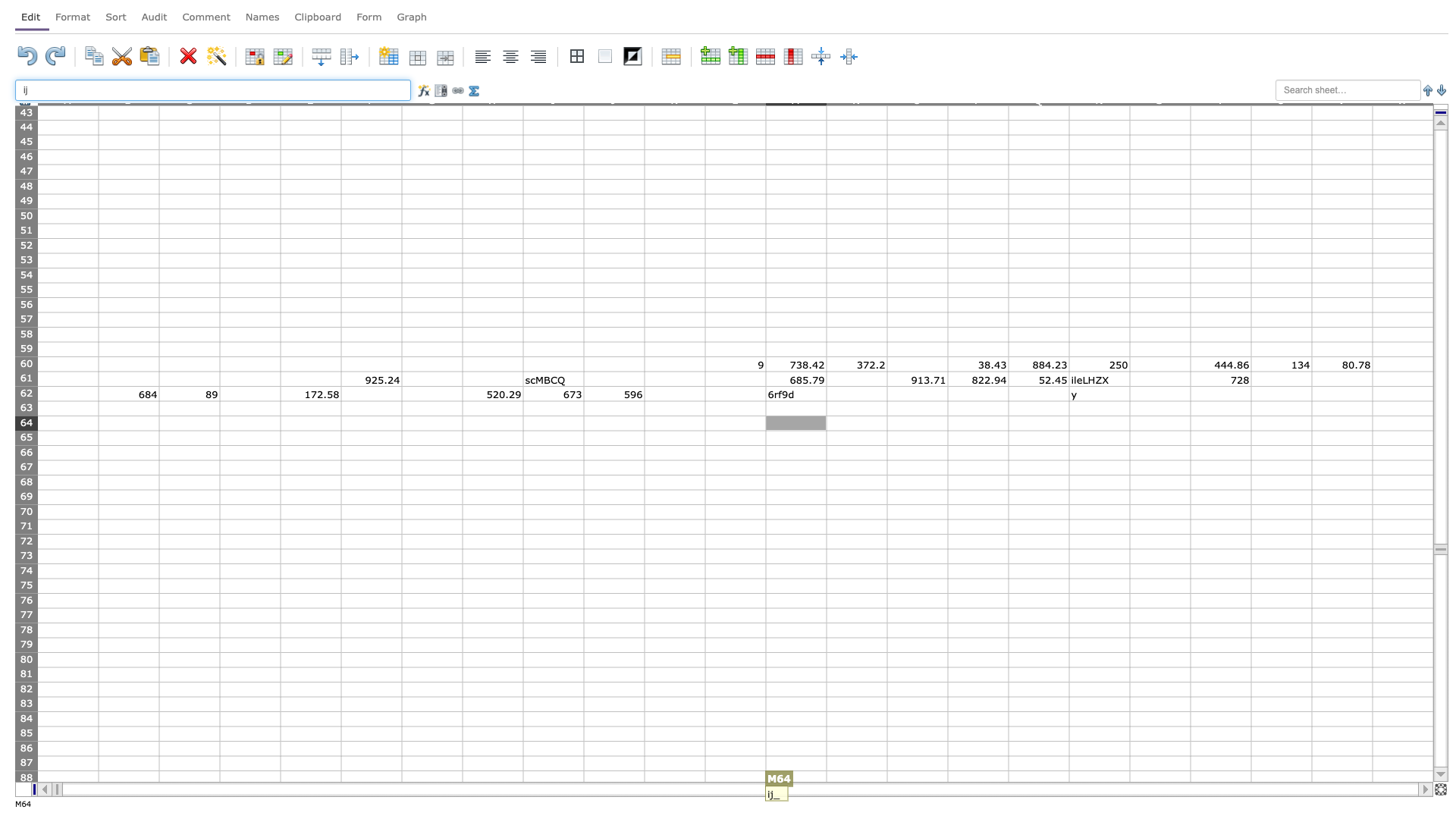 This screenshot has height=819, width=1456. Describe the element at coordinates (1008, 733) in the screenshot. I see `left border of Q85` at that location.